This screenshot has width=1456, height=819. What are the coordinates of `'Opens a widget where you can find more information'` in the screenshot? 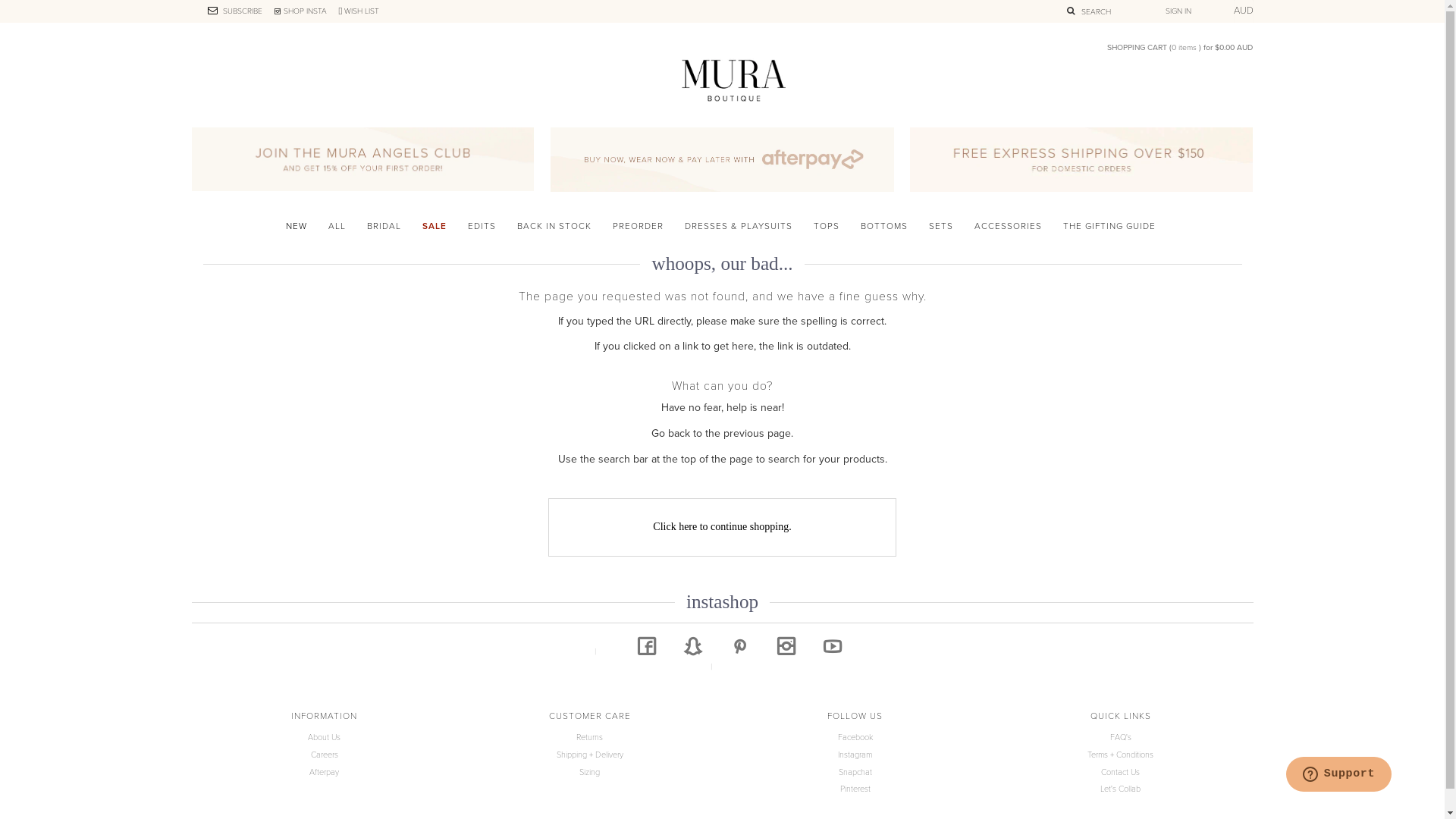 It's located at (1338, 775).